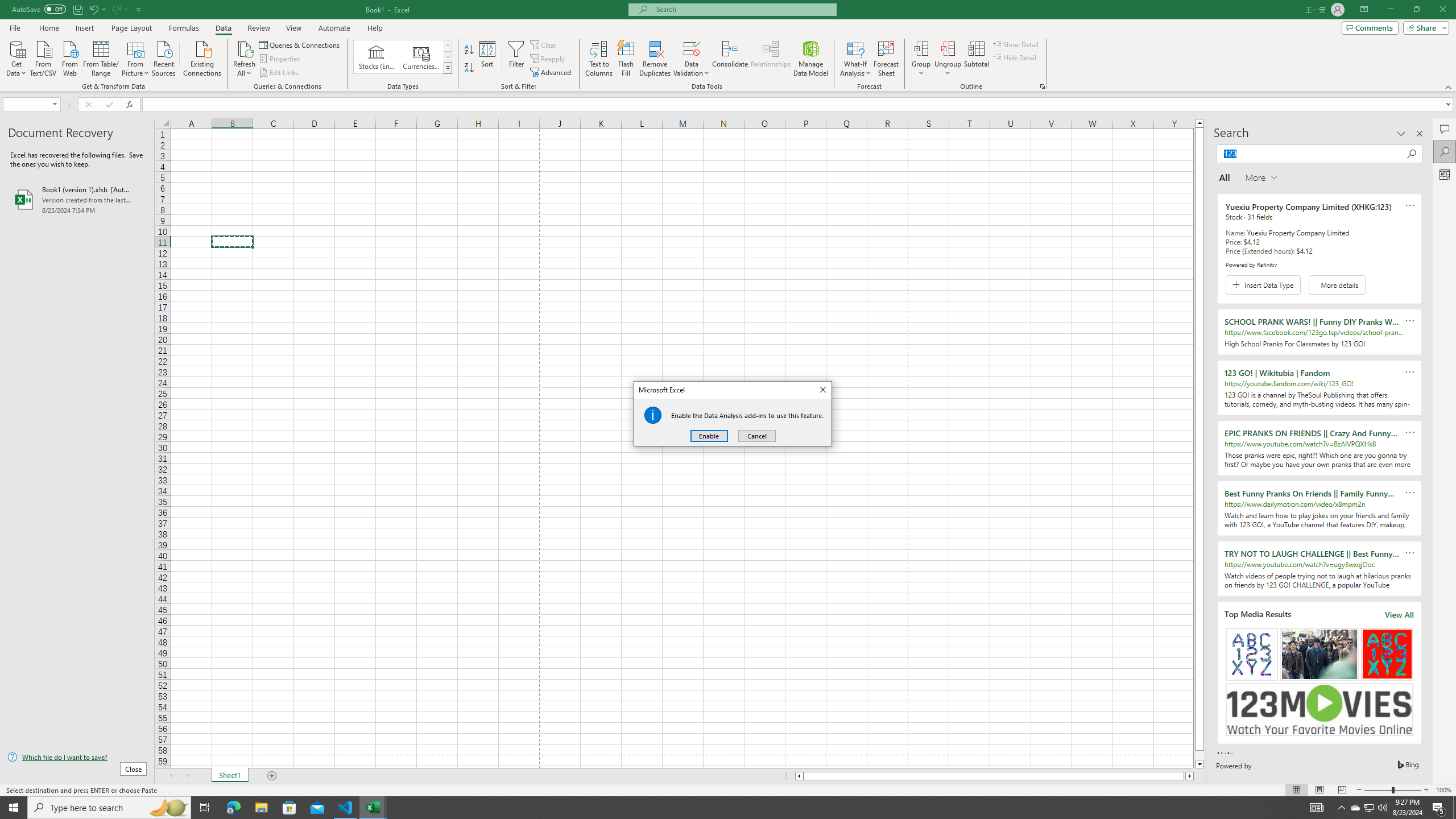 This screenshot has height=819, width=1456. Describe the element at coordinates (345, 806) in the screenshot. I see `'Visual Studio Code - 1 running window'` at that location.